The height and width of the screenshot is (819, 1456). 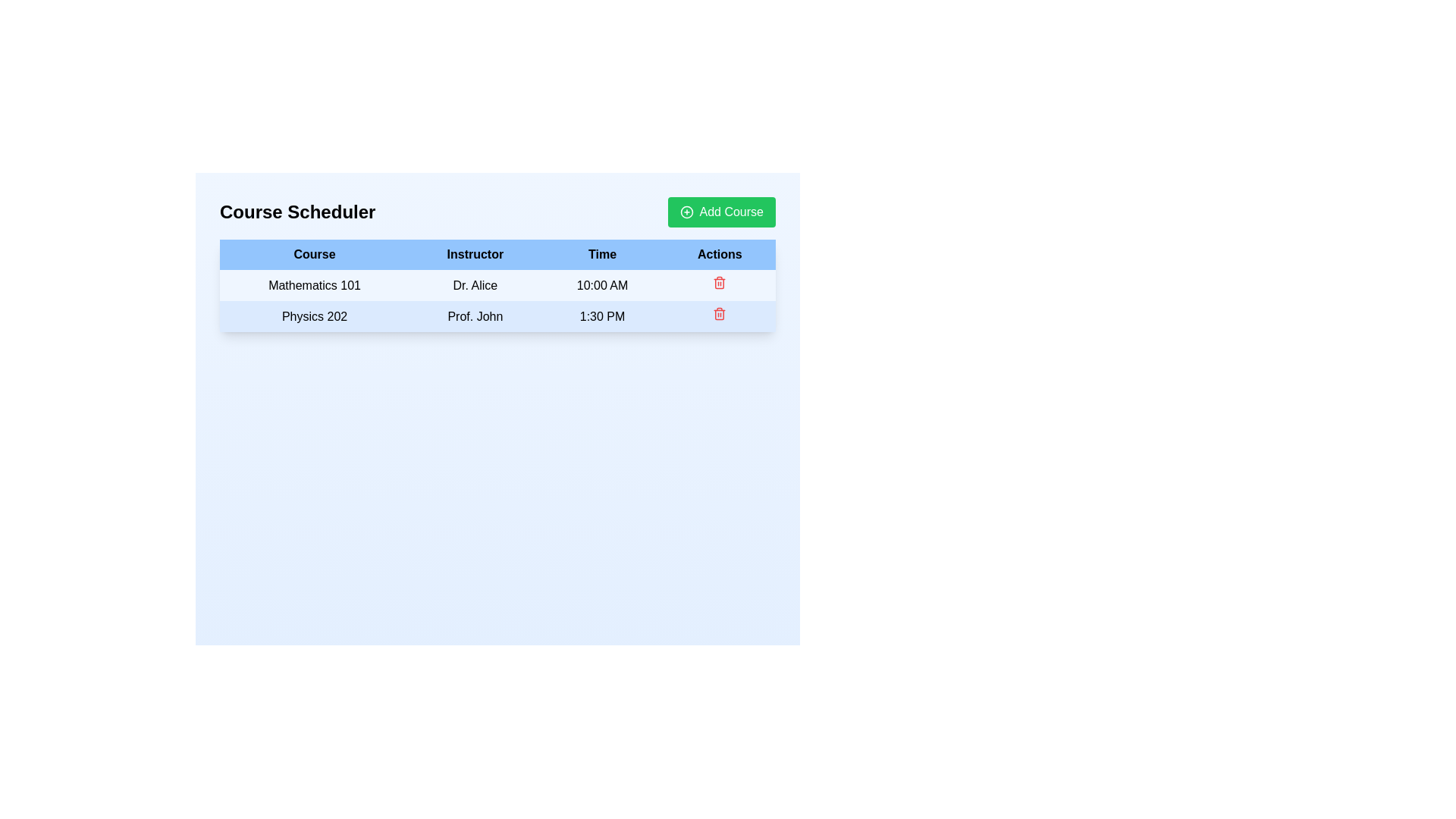 What do you see at coordinates (314, 315) in the screenshot?
I see `the text label containing 'Physics 202', which is styled in black text on a light blue background, located in the 'Course' column of the second row of the table` at bounding box center [314, 315].